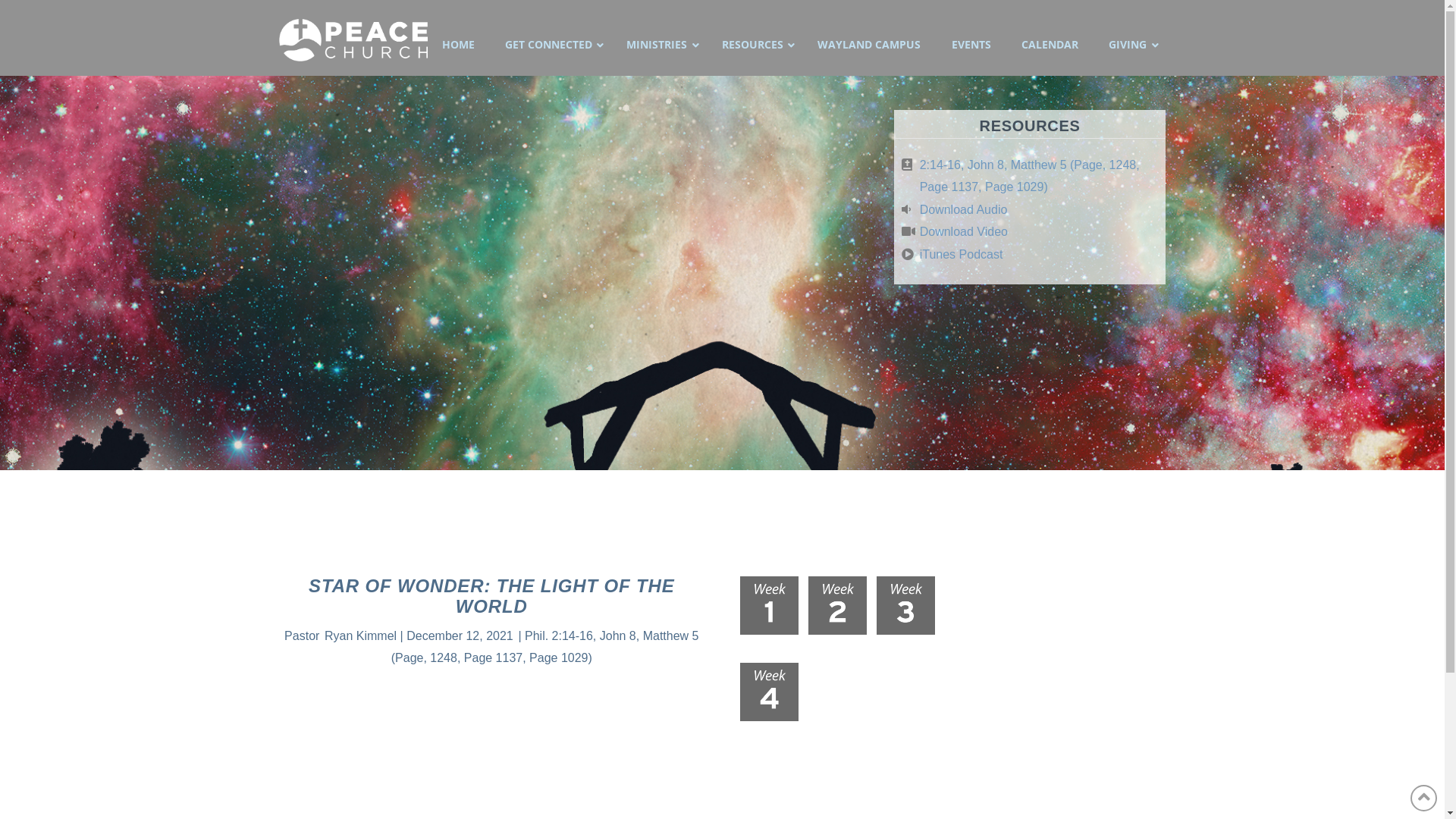  Describe the element at coordinates (869, 43) in the screenshot. I see `'WAYLAND CAMPUS'` at that location.